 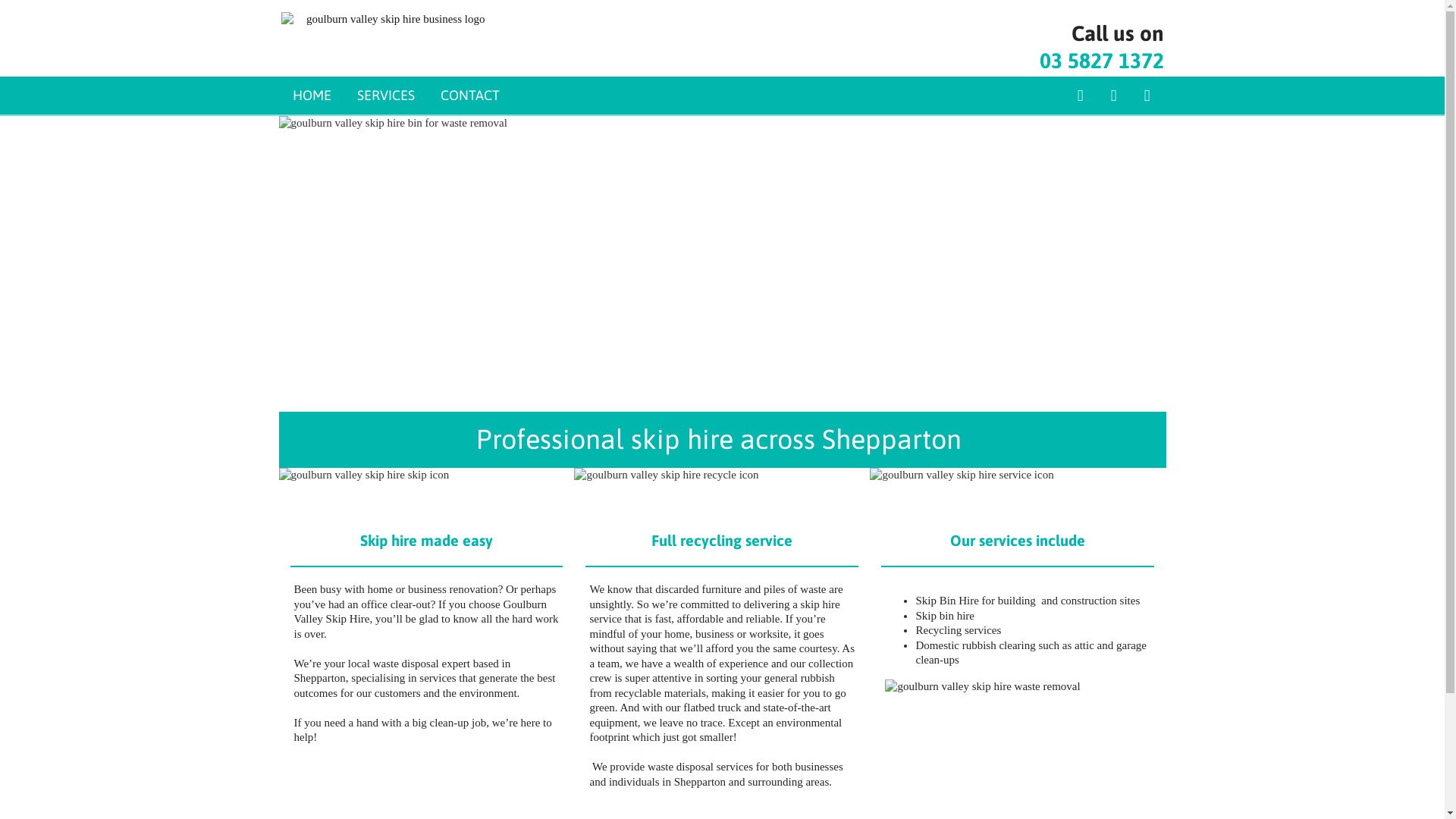 What do you see at coordinates (1018, 488) in the screenshot?
I see `'goulburn valley skip hire service icon'` at bounding box center [1018, 488].